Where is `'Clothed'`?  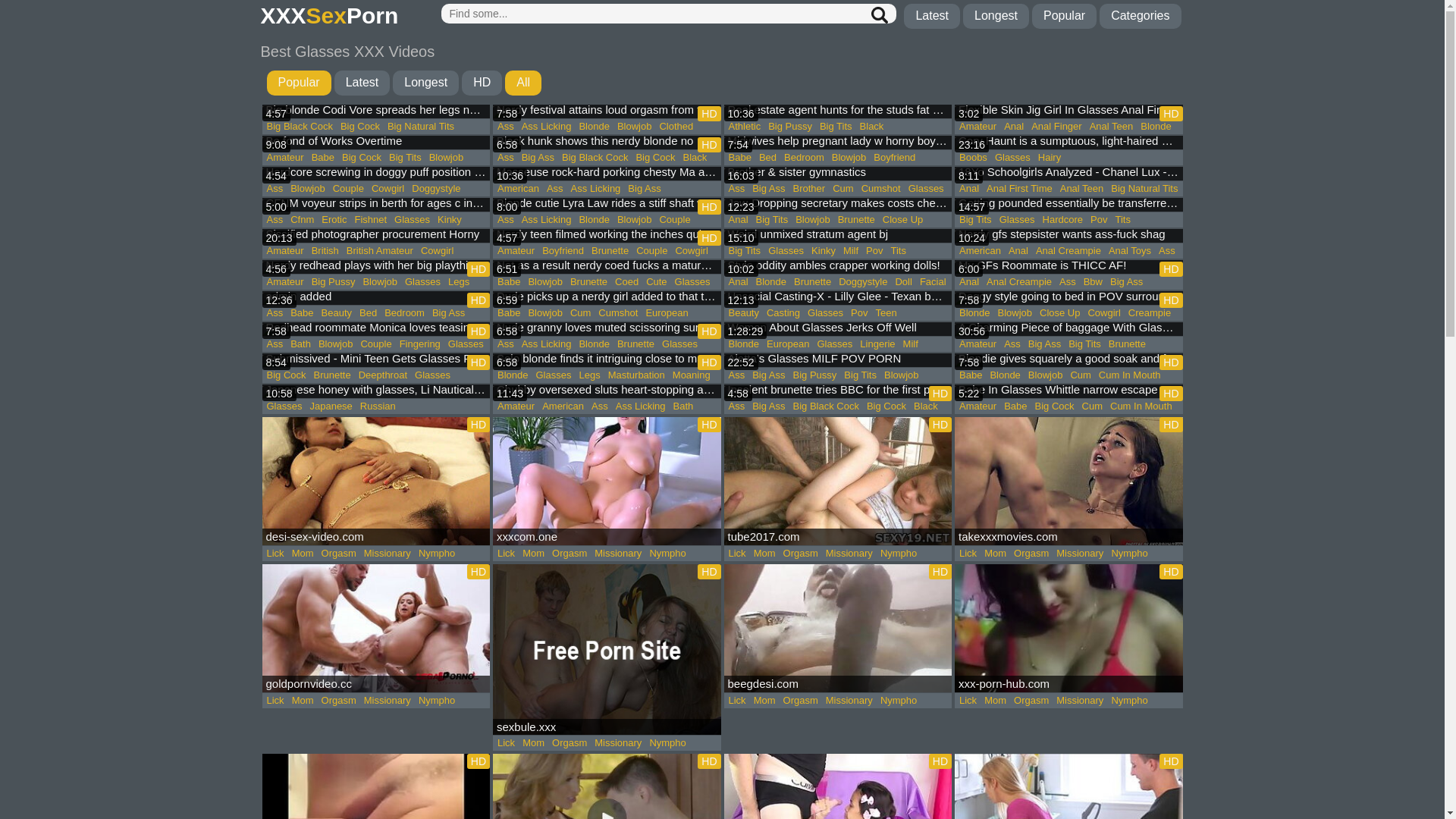 'Clothed' is located at coordinates (675, 125).